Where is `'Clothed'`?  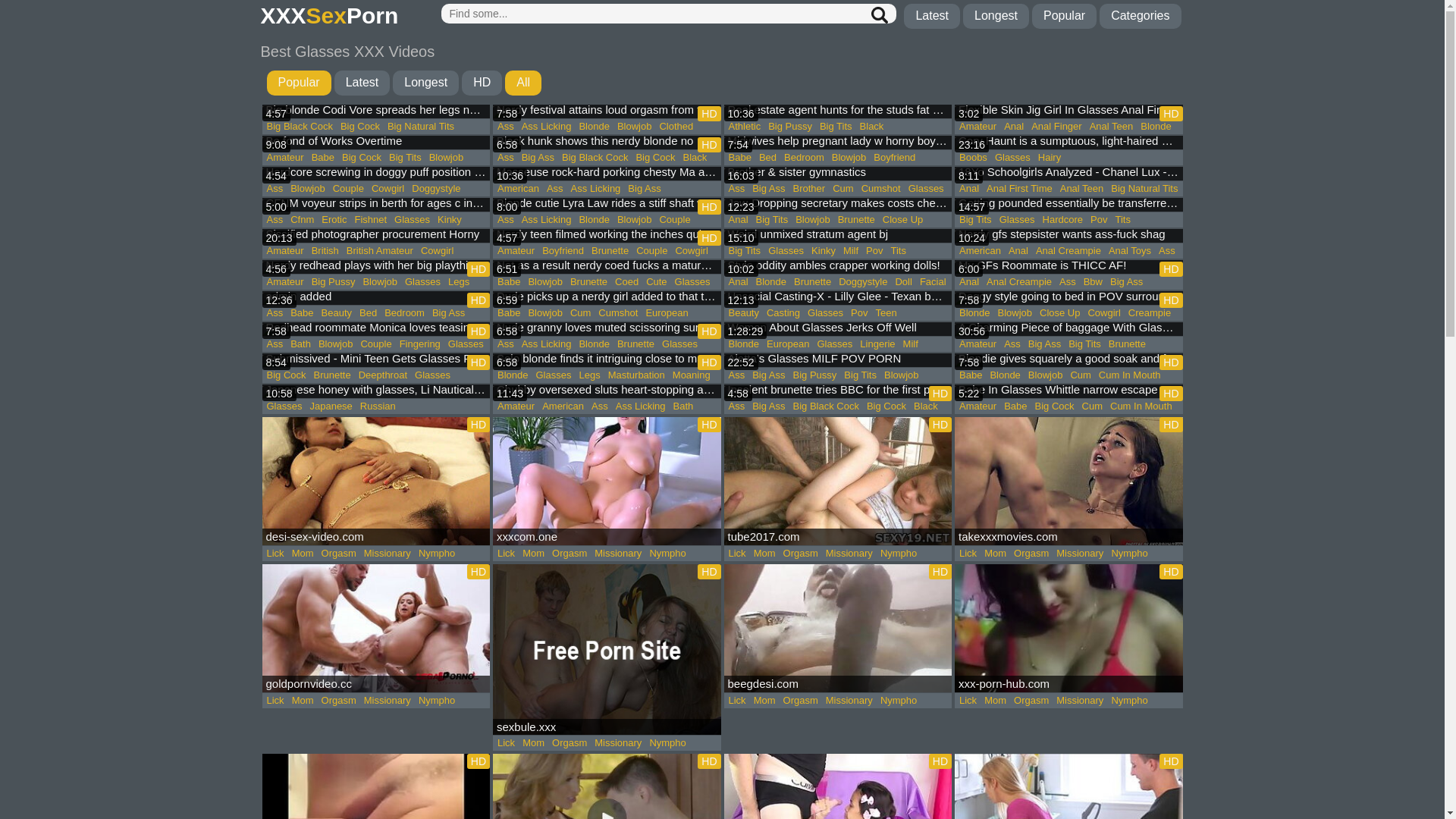 'Clothed' is located at coordinates (675, 125).